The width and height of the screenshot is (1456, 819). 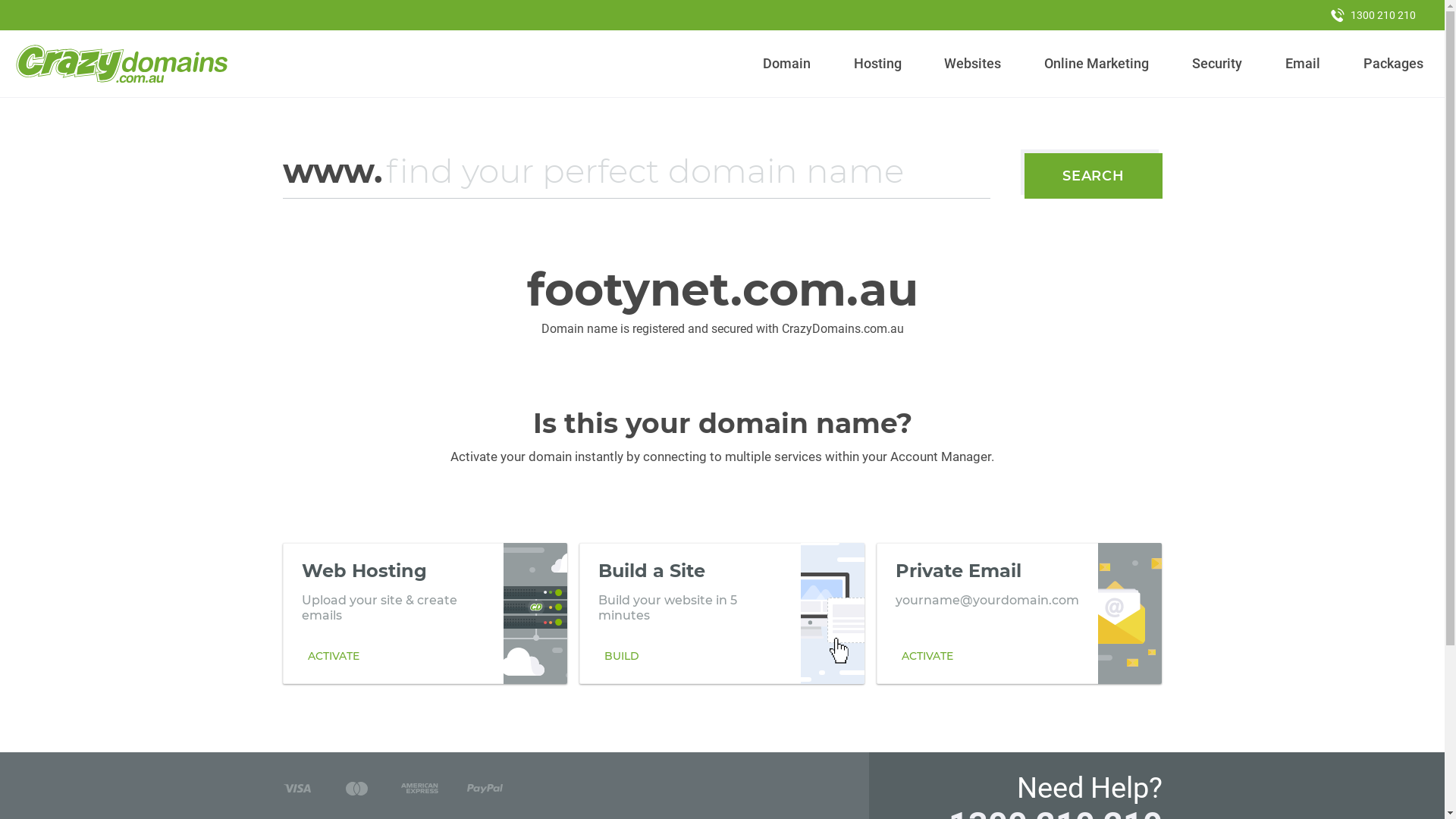 I want to click on '1300 210 210', so click(x=1373, y=14).